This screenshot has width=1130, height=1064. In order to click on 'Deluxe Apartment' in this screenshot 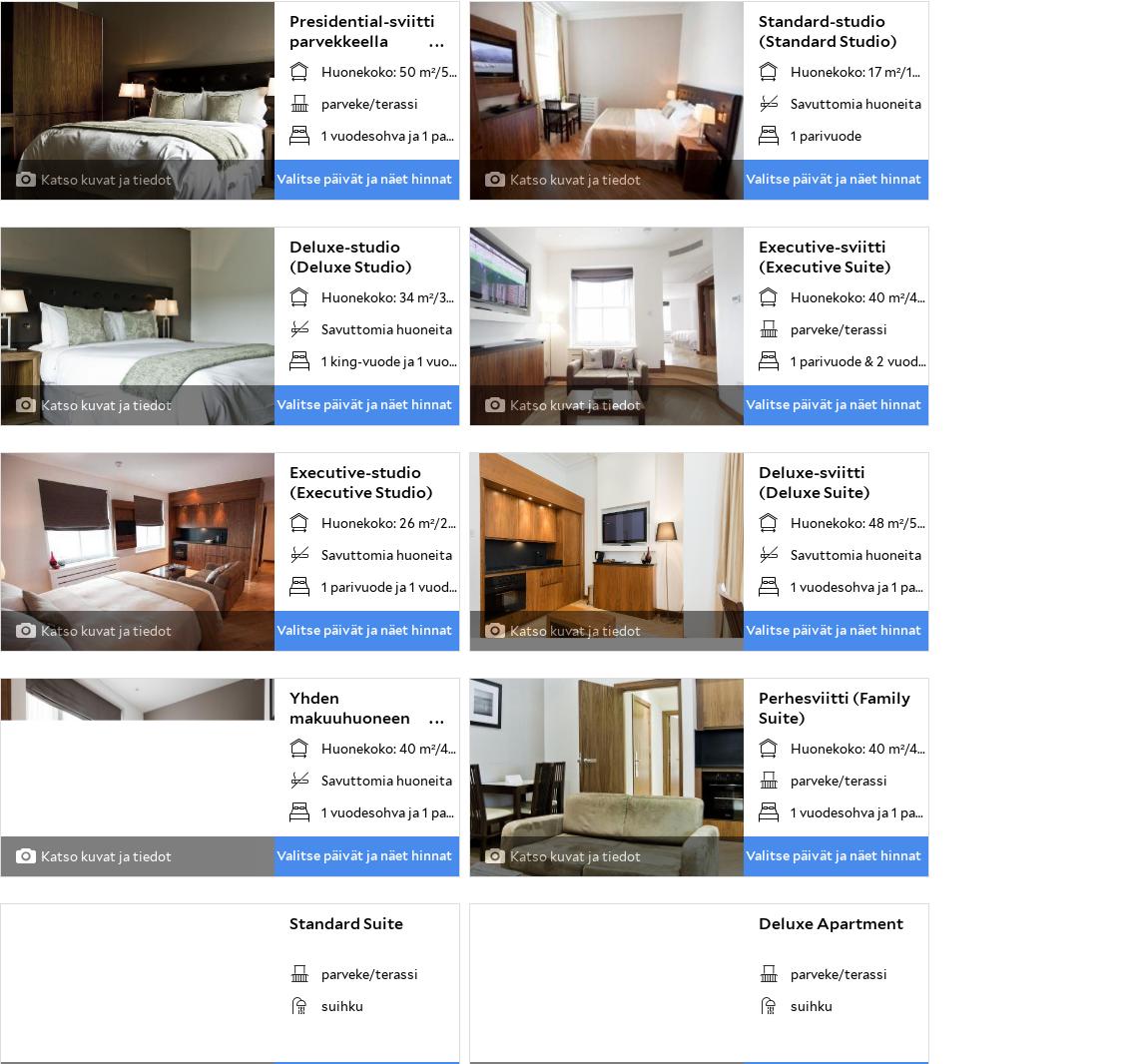, I will do `click(830, 923)`.